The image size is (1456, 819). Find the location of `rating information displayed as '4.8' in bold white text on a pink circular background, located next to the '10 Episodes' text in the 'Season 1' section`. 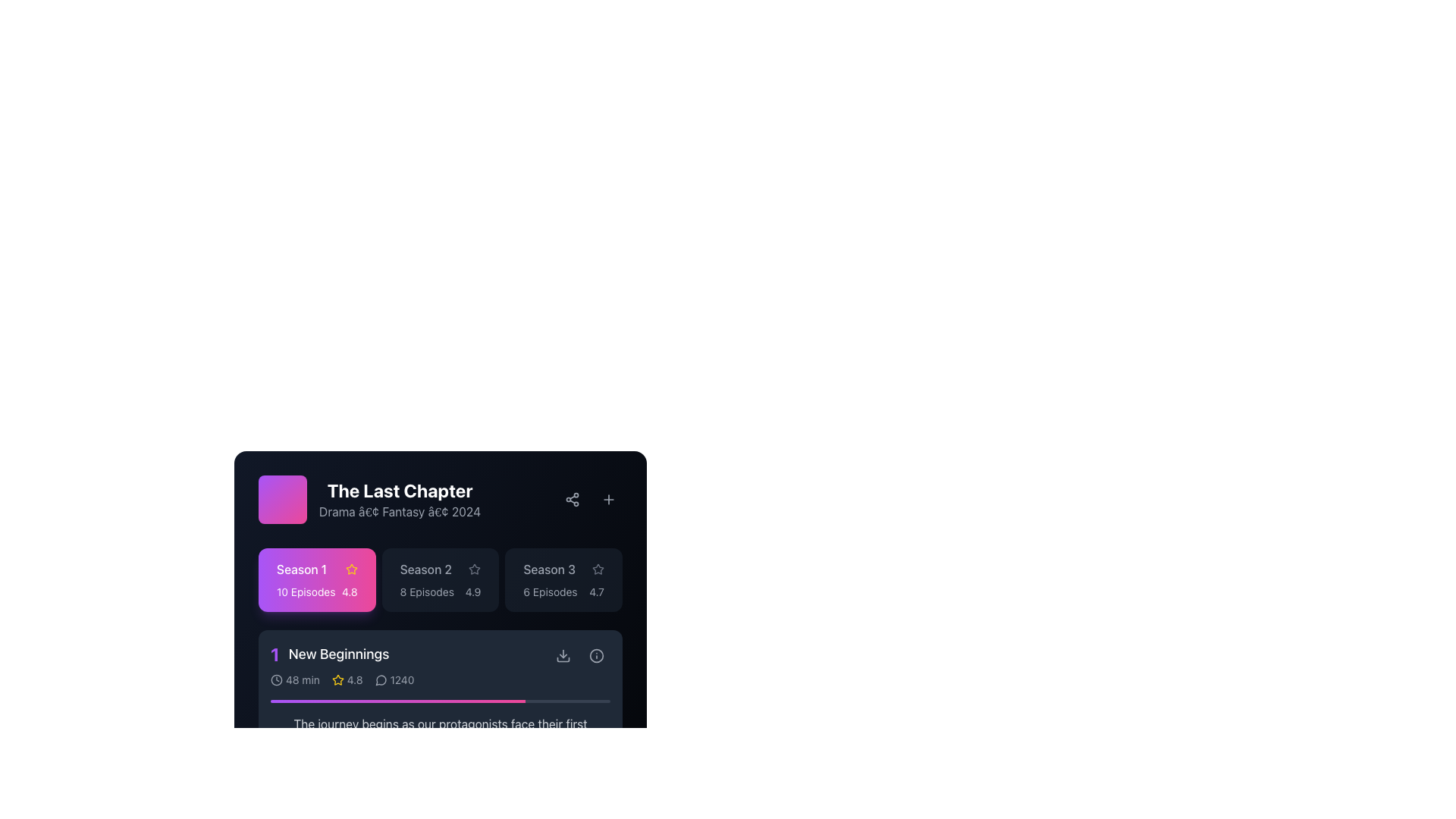

rating information displayed as '4.8' in bold white text on a pink circular background, located next to the '10 Episodes' text in the 'Season 1' section is located at coordinates (349, 591).